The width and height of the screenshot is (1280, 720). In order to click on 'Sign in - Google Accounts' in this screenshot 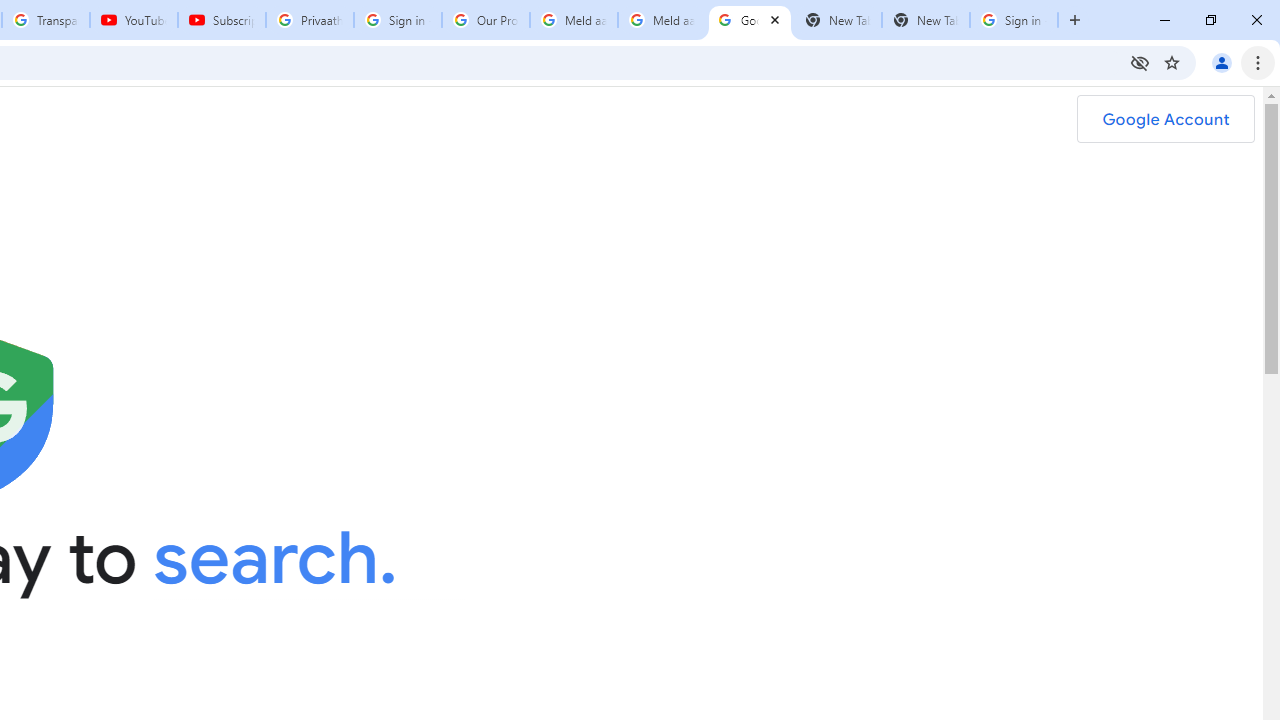, I will do `click(1014, 20)`.